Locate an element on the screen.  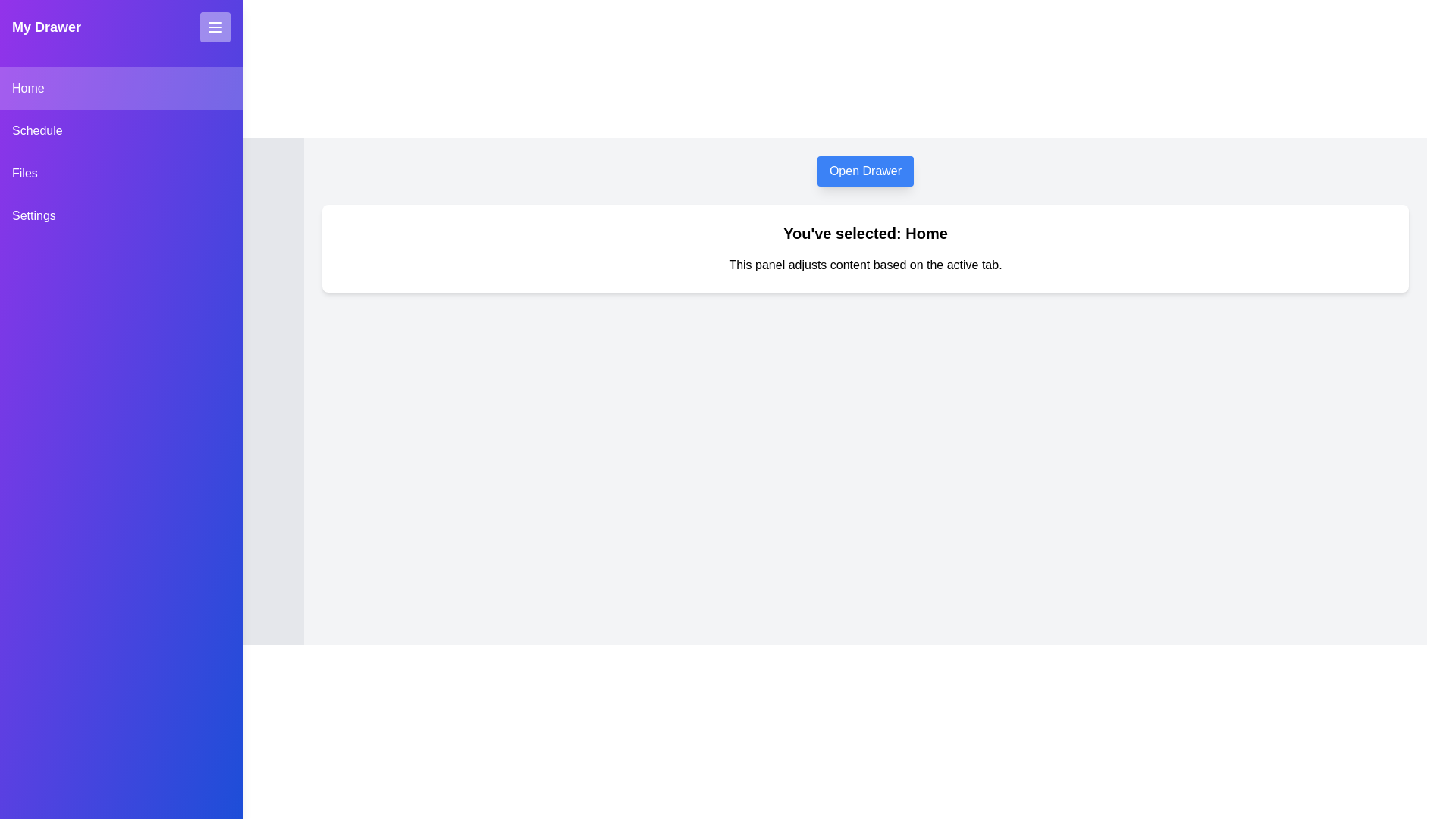
the 'Open Drawer' button to open the drawer is located at coordinates (865, 171).